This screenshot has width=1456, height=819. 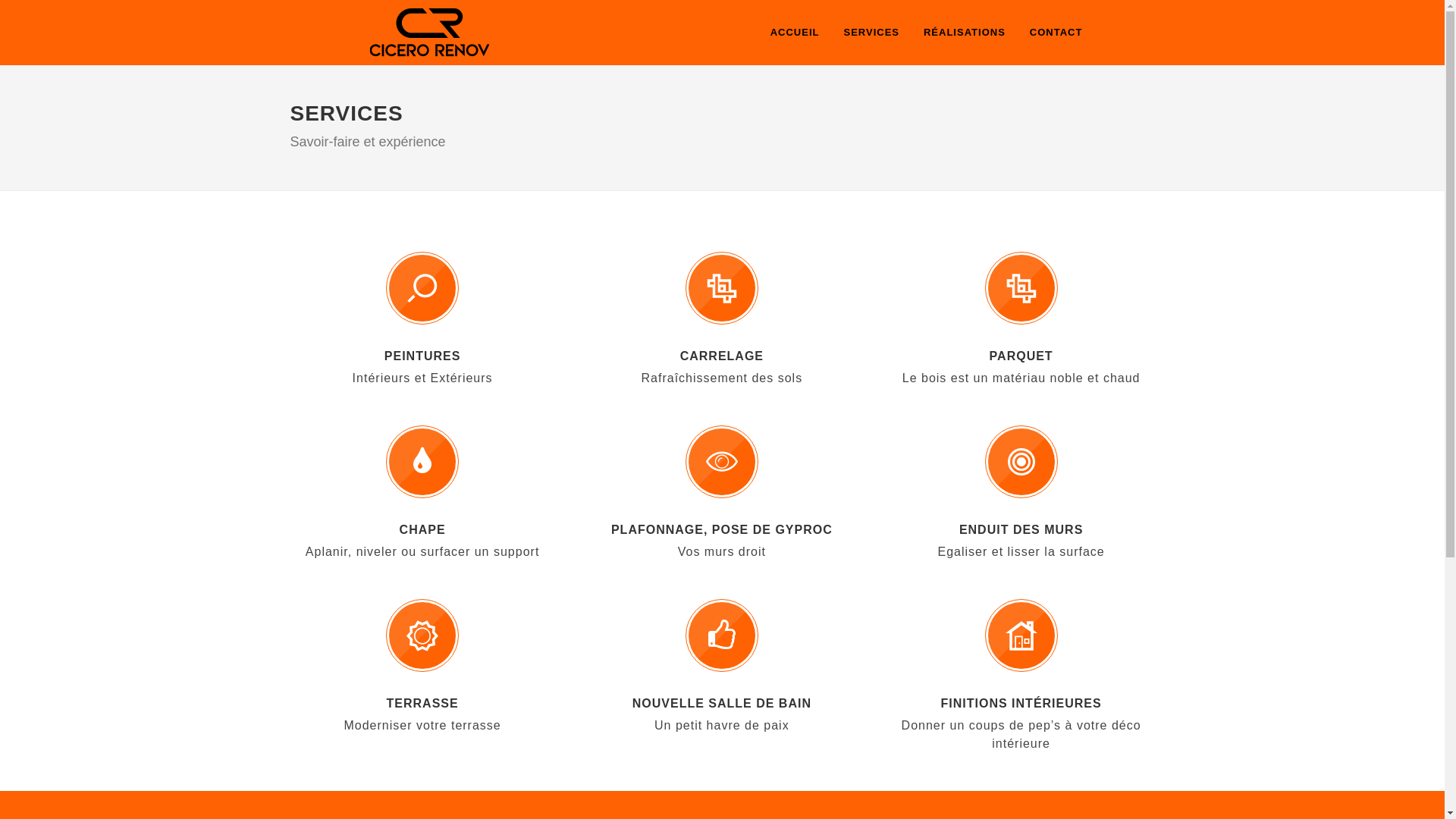 What do you see at coordinates (794, 32) in the screenshot?
I see `'ACCUEIL'` at bounding box center [794, 32].